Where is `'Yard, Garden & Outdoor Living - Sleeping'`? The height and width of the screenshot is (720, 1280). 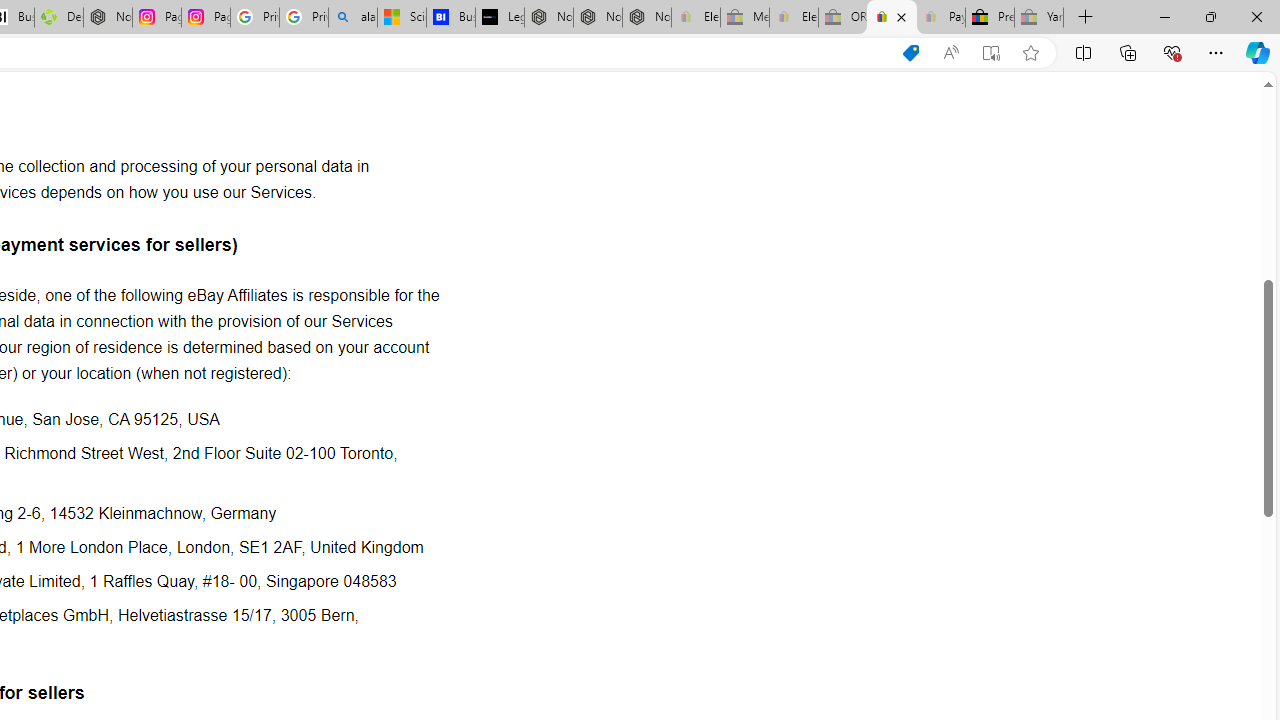
'Yard, Garden & Outdoor Living - Sleeping' is located at coordinates (1039, 17).